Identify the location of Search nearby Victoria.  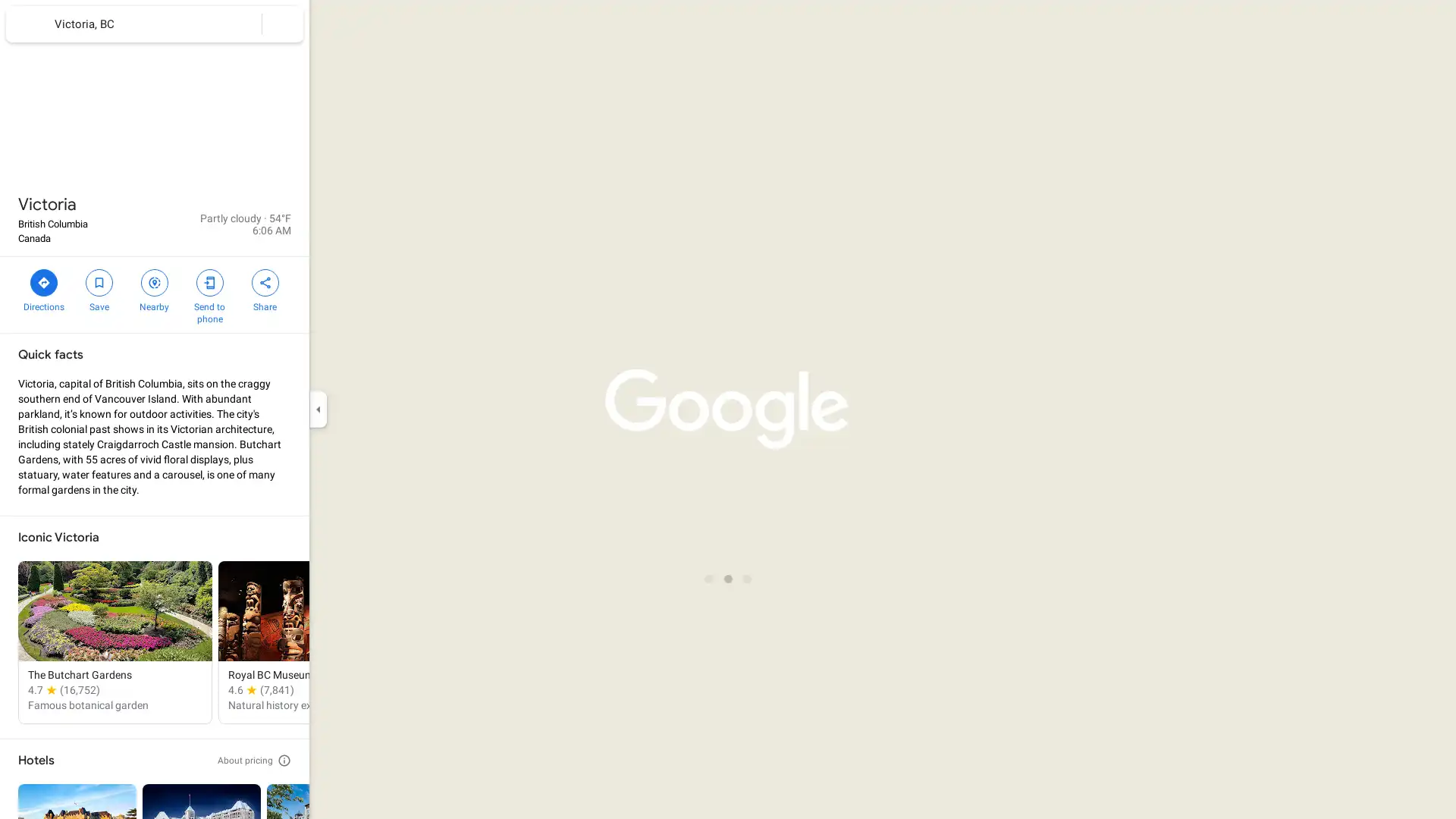
(154, 289).